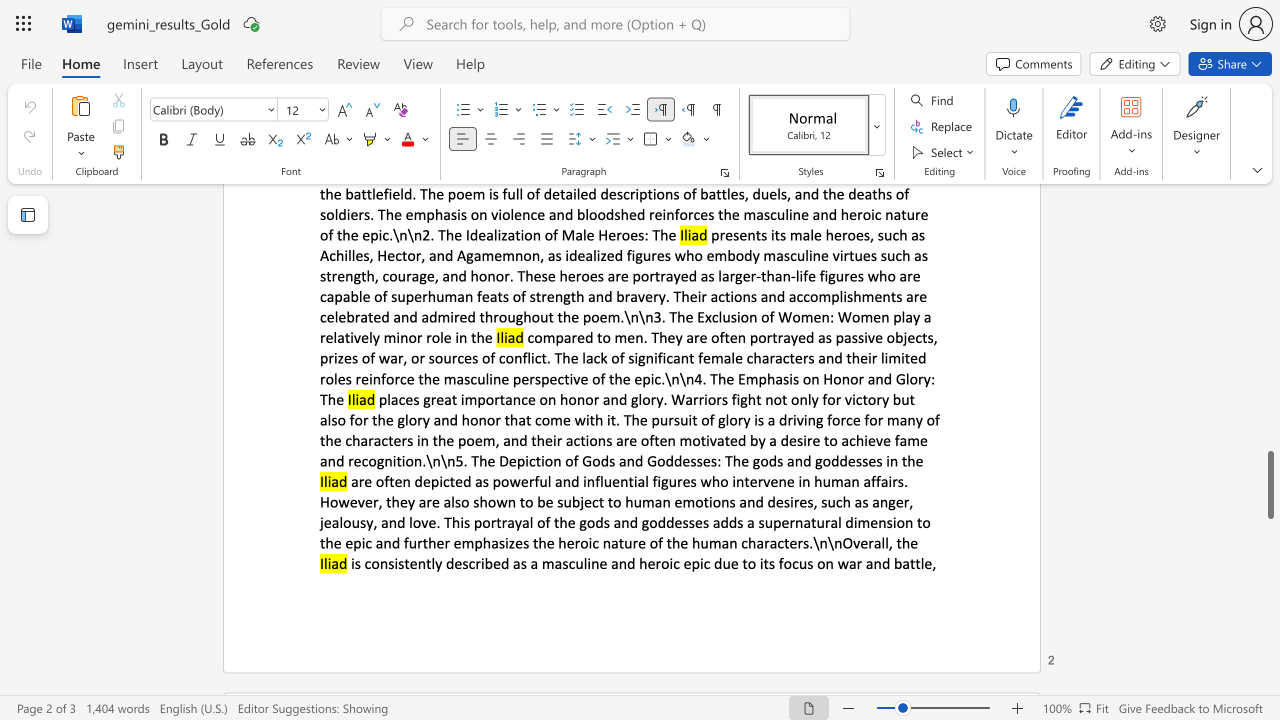 Image resolution: width=1280 pixels, height=720 pixels. I want to click on the scrollbar on the right to move the page upward, so click(1269, 360).